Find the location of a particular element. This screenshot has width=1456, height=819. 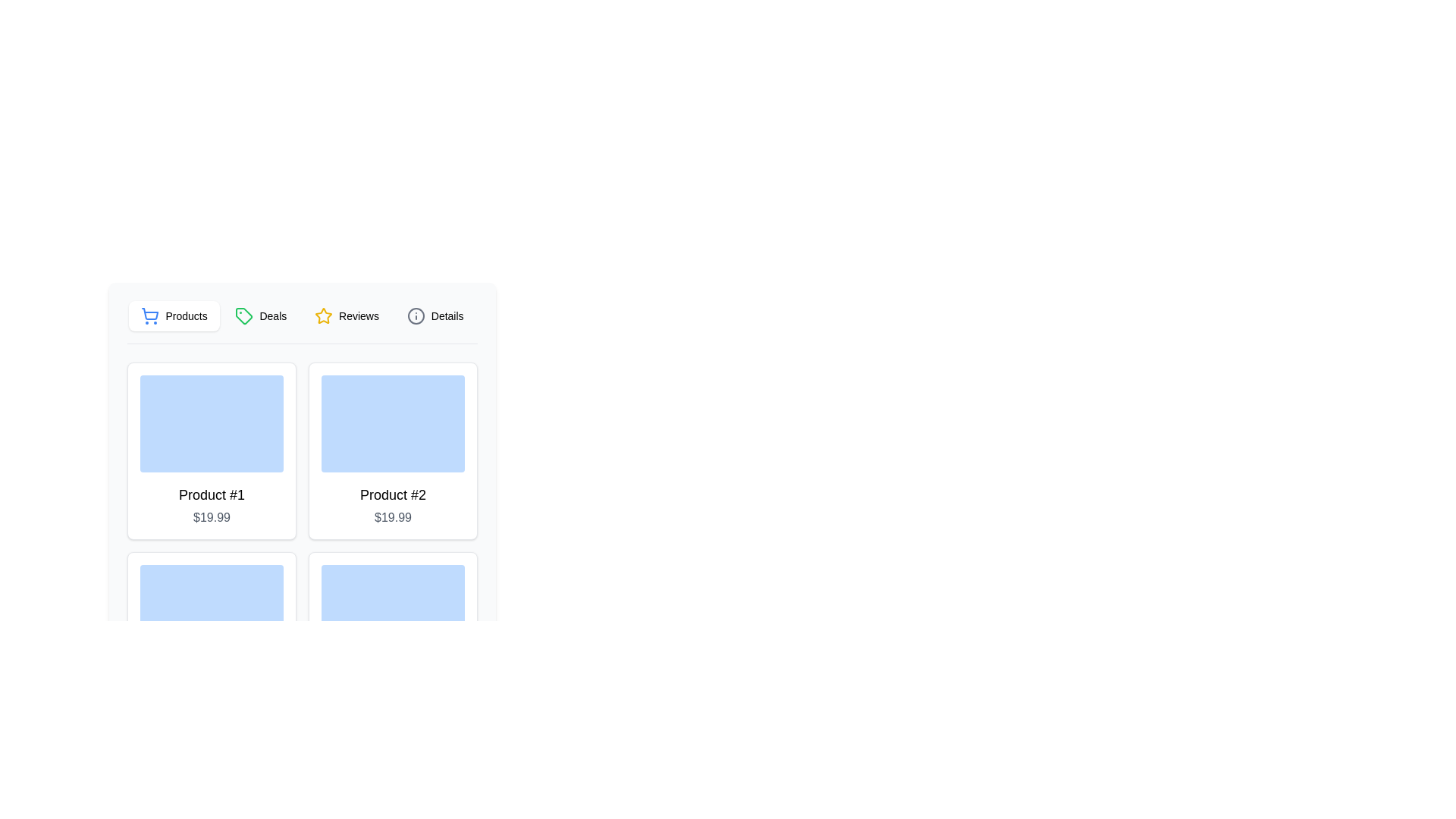

text from the Text label that displays 'Product #1', which is centrally positioned under an image placeholder and above a price label within a card layout is located at coordinates (211, 494).